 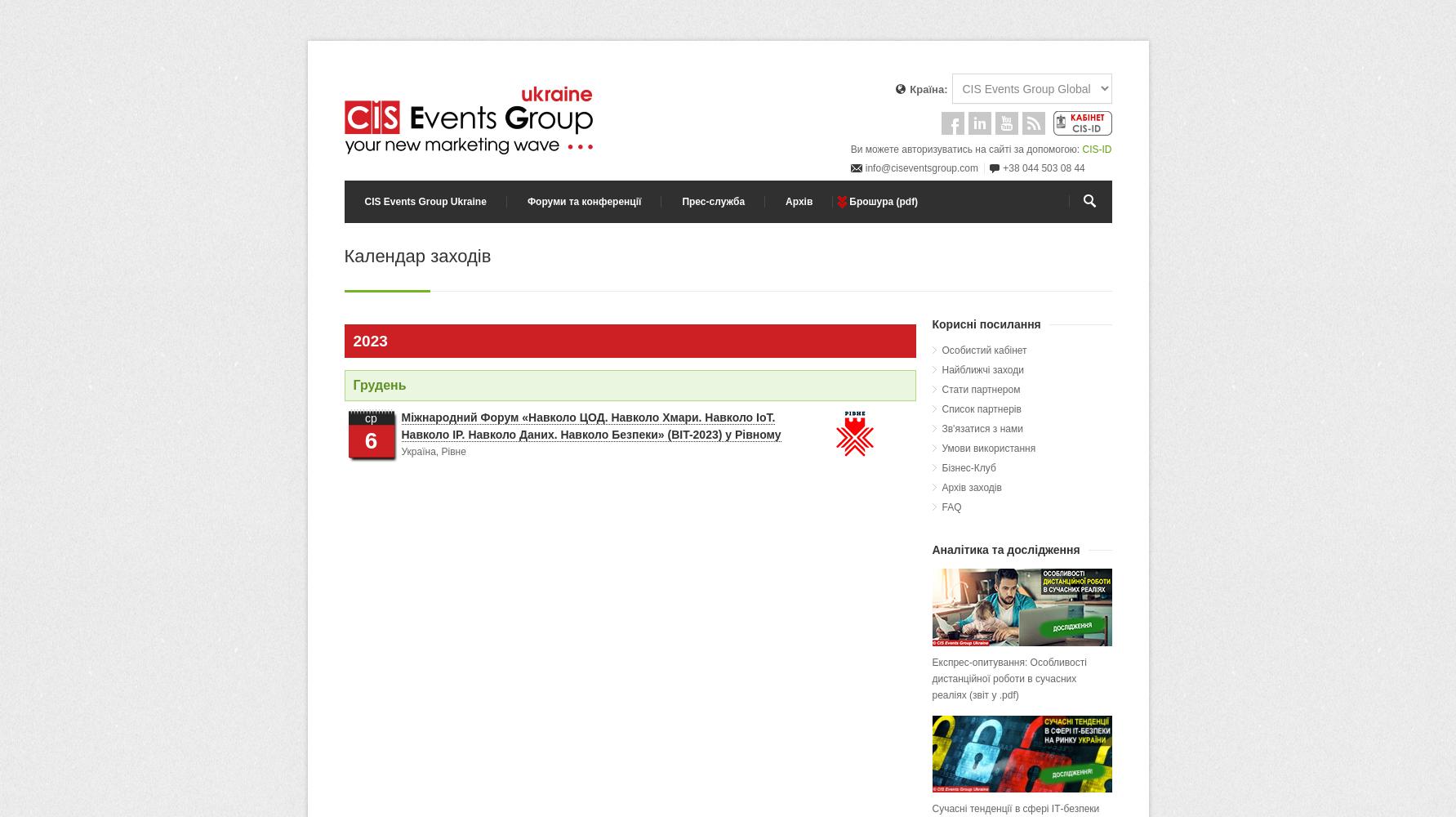 I want to click on 'Країна:', so click(x=928, y=88).